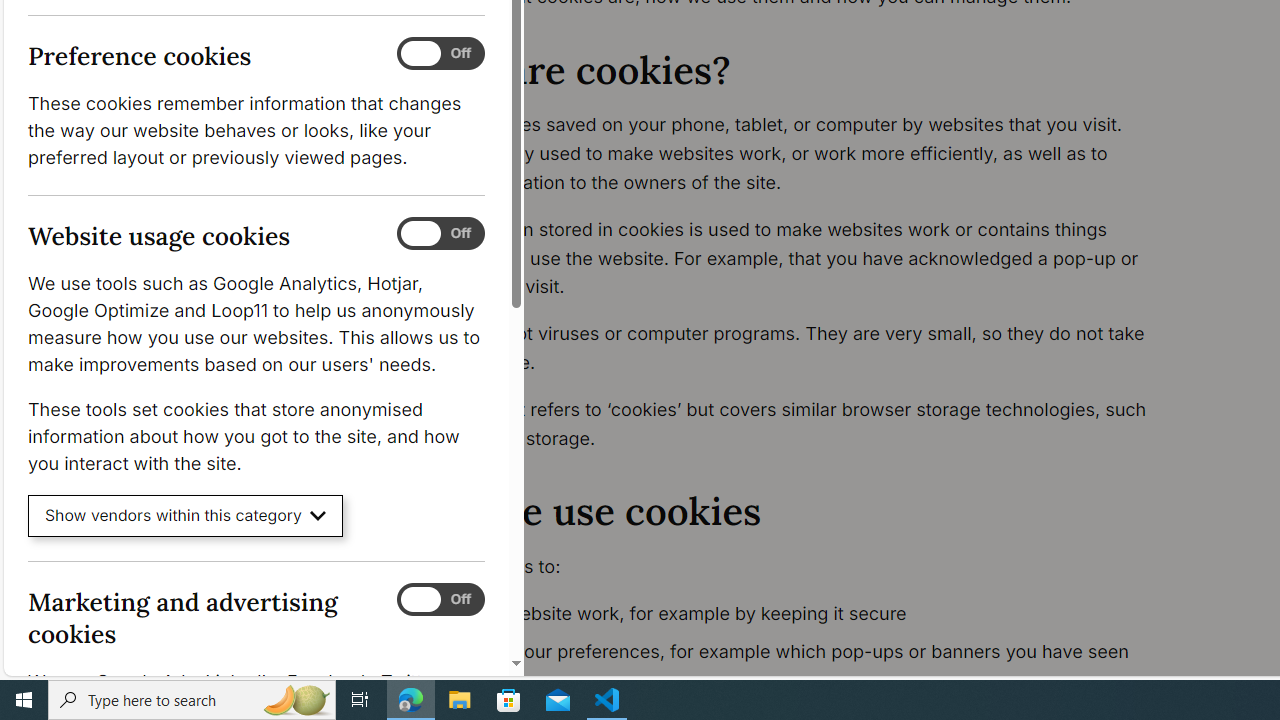 The height and width of the screenshot is (720, 1280). Describe the element at coordinates (185, 515) in the screenshot. I see `'Show vendors within this category'` at that location.